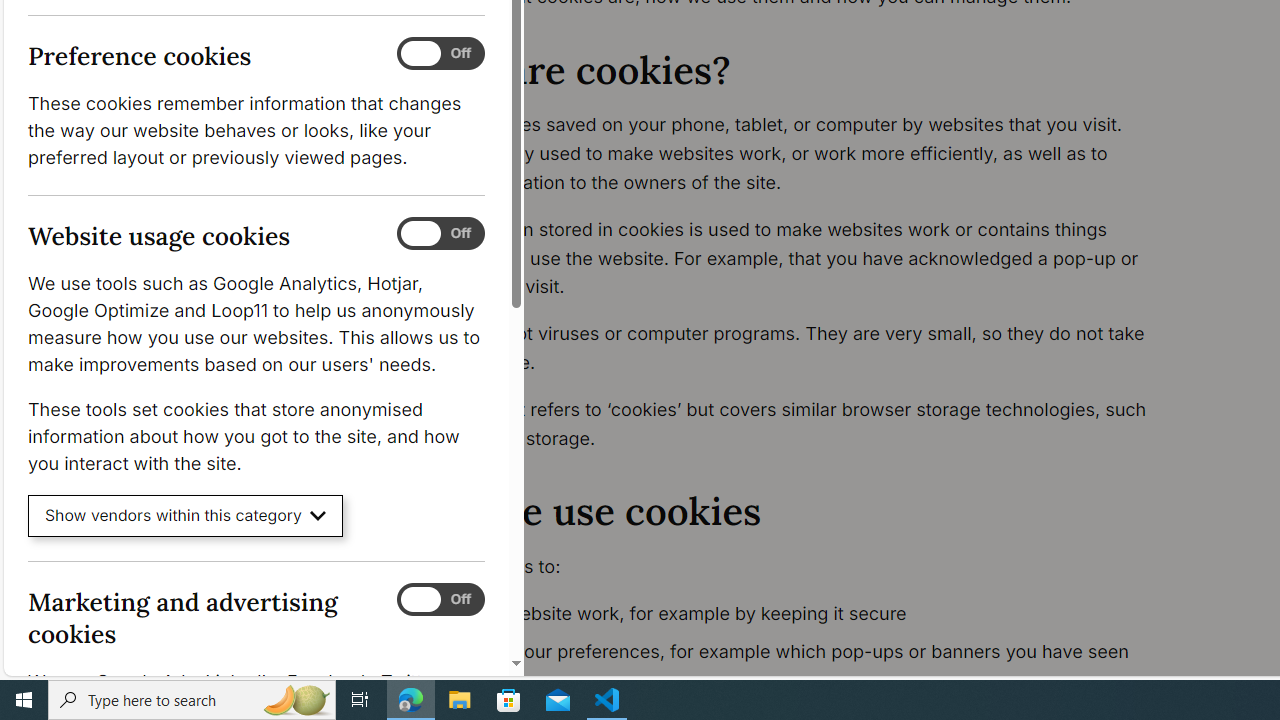 The height and width of the screenshot is (720, 1280). Describe the element at coordinates (185, 515) in the screenshot. I see `'Show vendors within this category'` at that location.